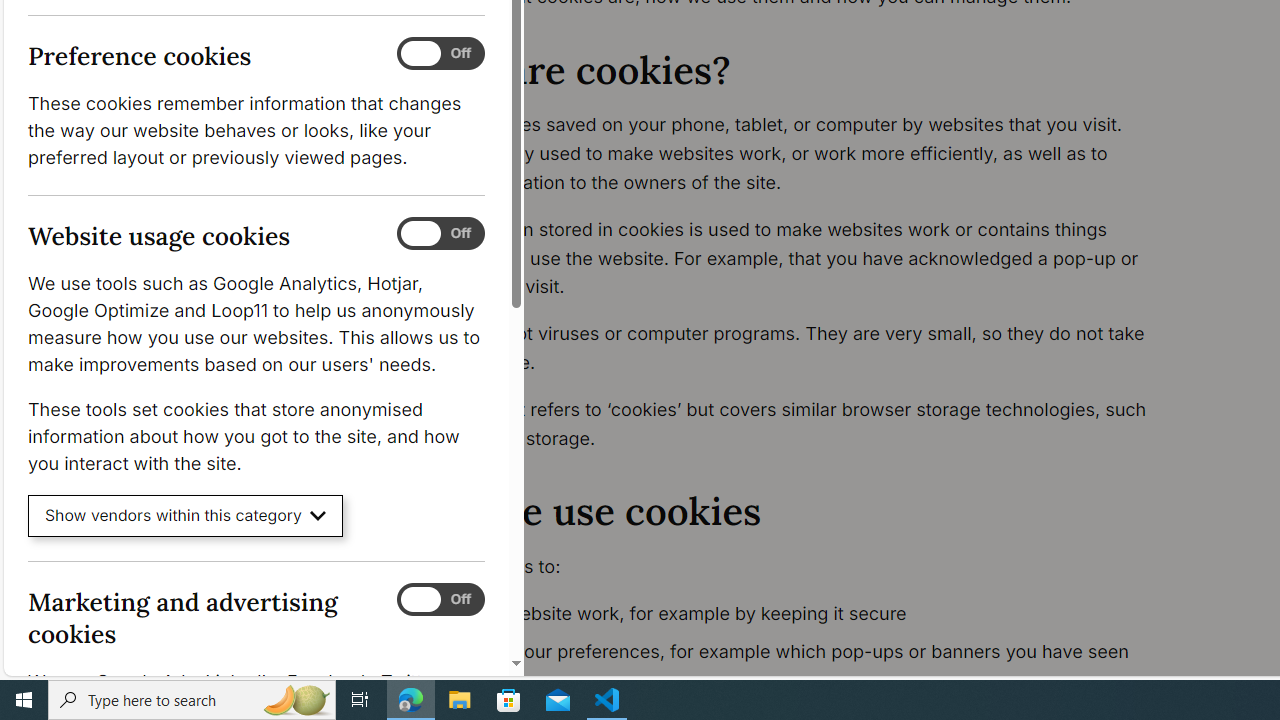 The height and width of the screenshot is (720, 1280). Describe the element at coordinates (185, 515) in the screenshot. I see `'Show vendors within this category'` at that location.